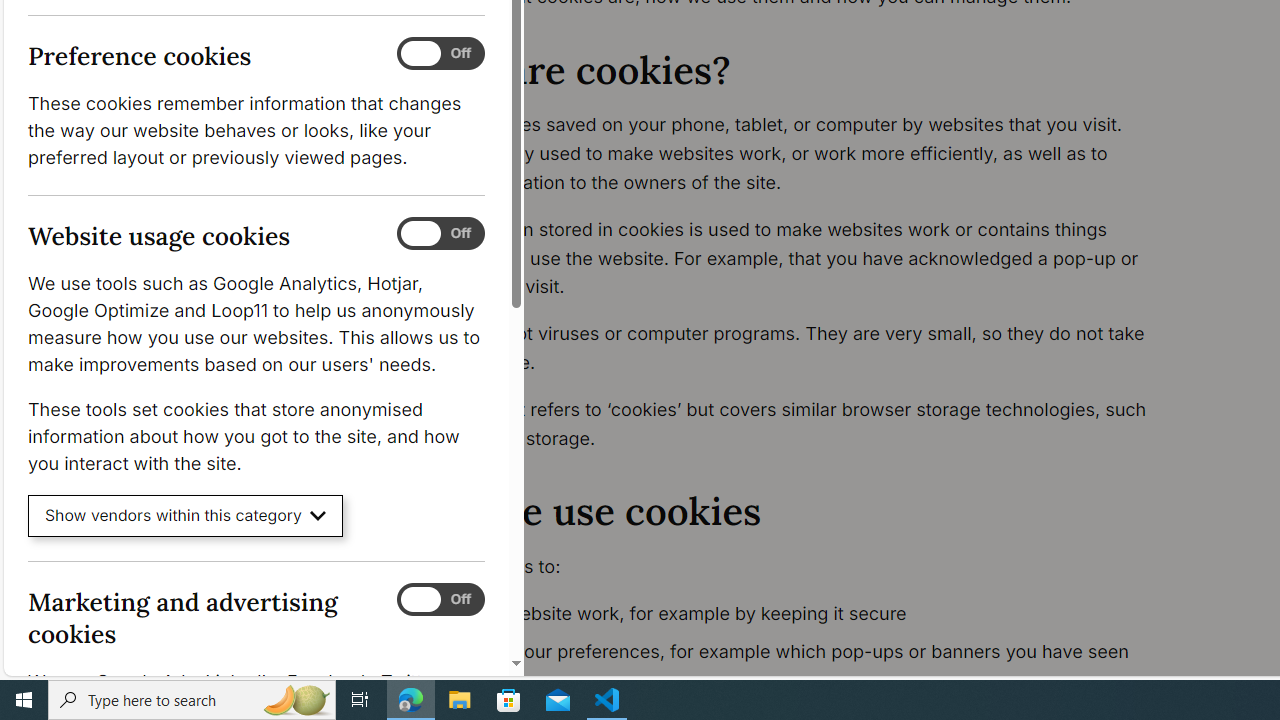 The height and width of the screenshot is (720, 1280). Describe the element at coordinates (185, 515) in the screenshot. I see `'Show vendors within this category'` at that location.